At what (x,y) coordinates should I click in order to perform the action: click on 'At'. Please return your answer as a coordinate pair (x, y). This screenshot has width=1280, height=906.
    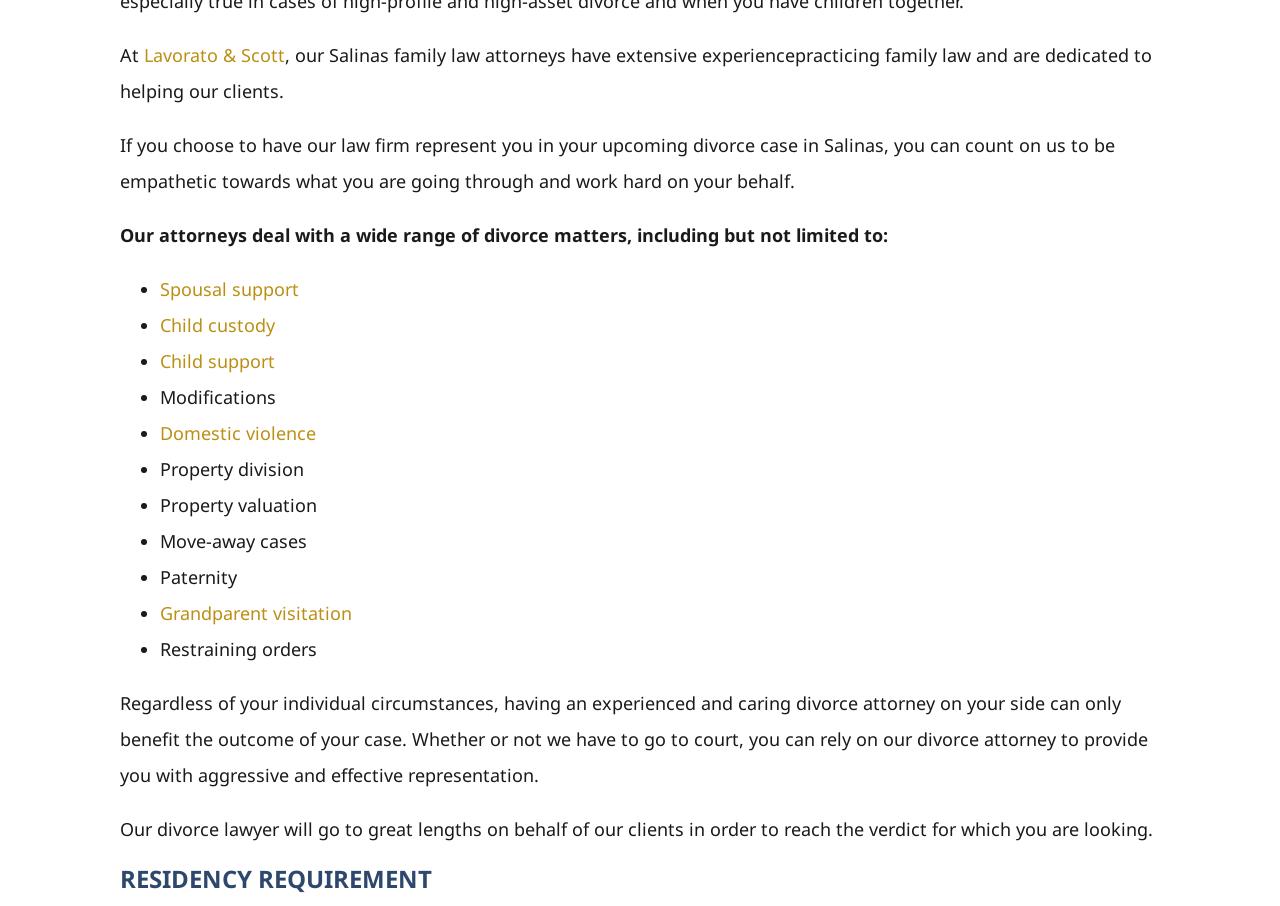
    Looking at the image, I should click on (130, 53).